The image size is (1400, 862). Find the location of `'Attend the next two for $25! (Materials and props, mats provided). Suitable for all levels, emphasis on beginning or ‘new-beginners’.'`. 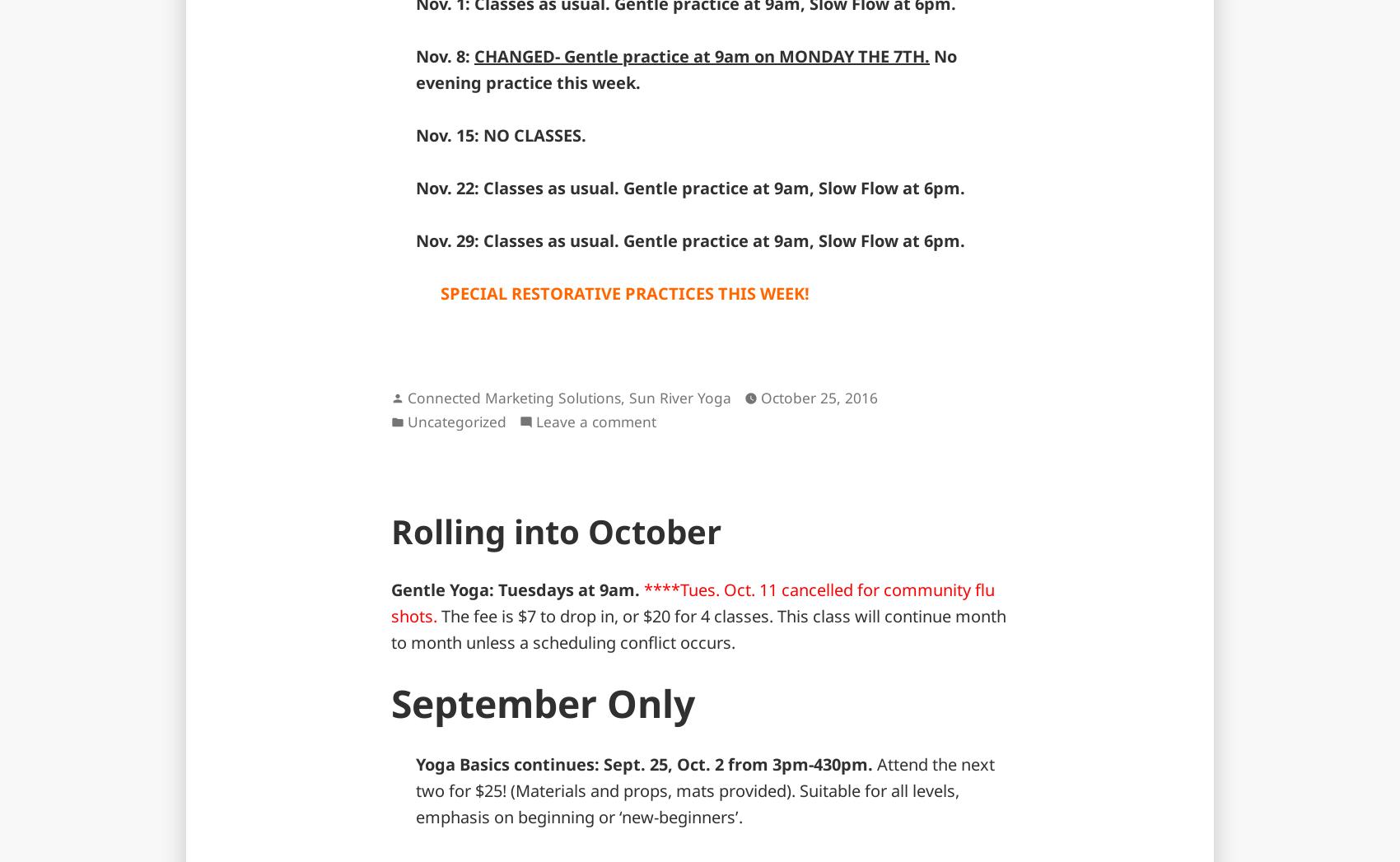

'Attend the next two for $25! (Materials and props, mats provided). Suitable for all levels, emphasis on beginning or ‘new-beginners’.' is located at coordinates (705, 789).